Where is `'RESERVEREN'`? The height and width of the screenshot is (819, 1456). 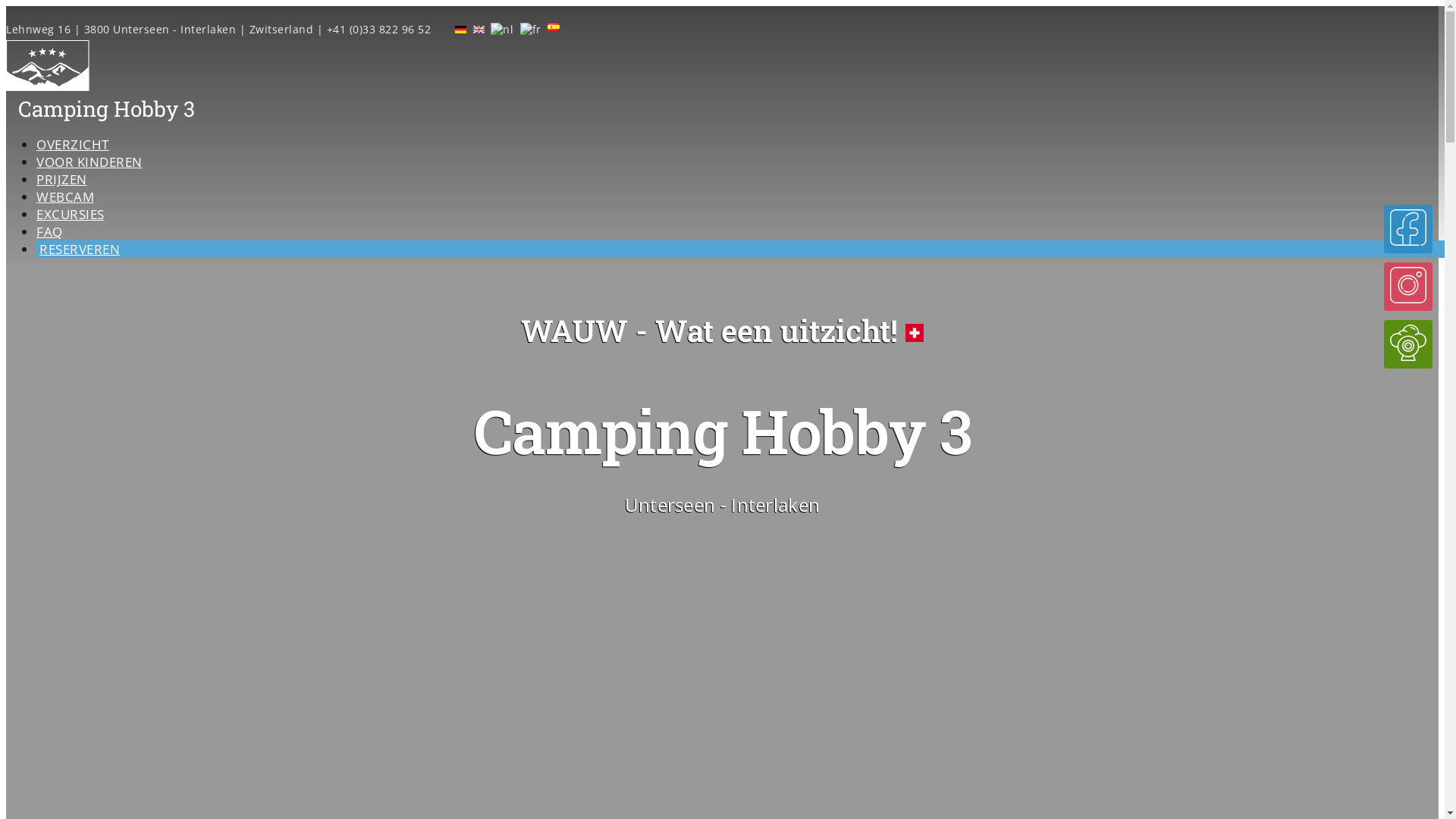
'RESERVEREN' is located at coordinates (39, 248).